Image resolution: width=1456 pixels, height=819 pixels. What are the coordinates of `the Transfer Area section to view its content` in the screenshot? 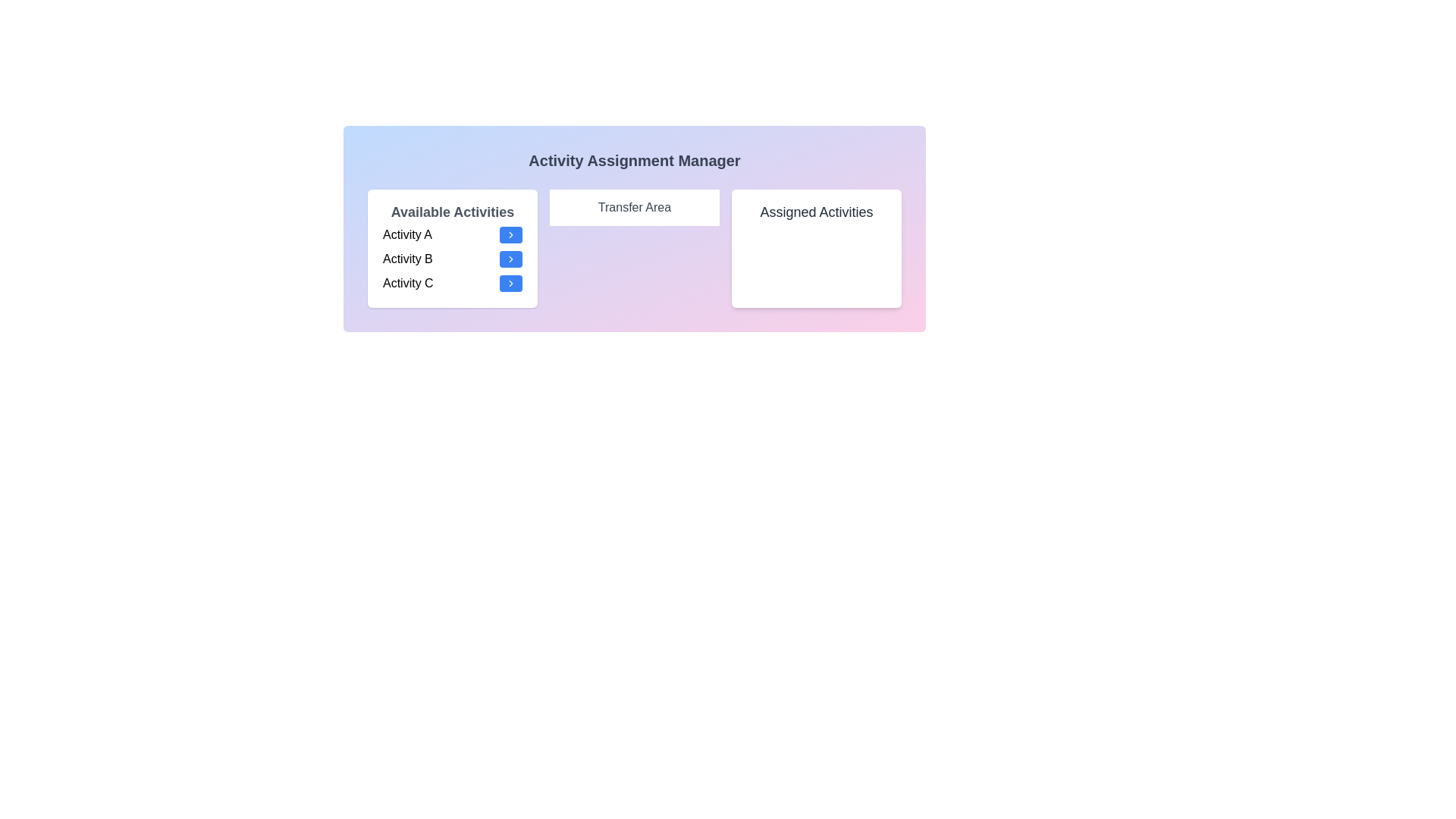 It's located at (634, 207).